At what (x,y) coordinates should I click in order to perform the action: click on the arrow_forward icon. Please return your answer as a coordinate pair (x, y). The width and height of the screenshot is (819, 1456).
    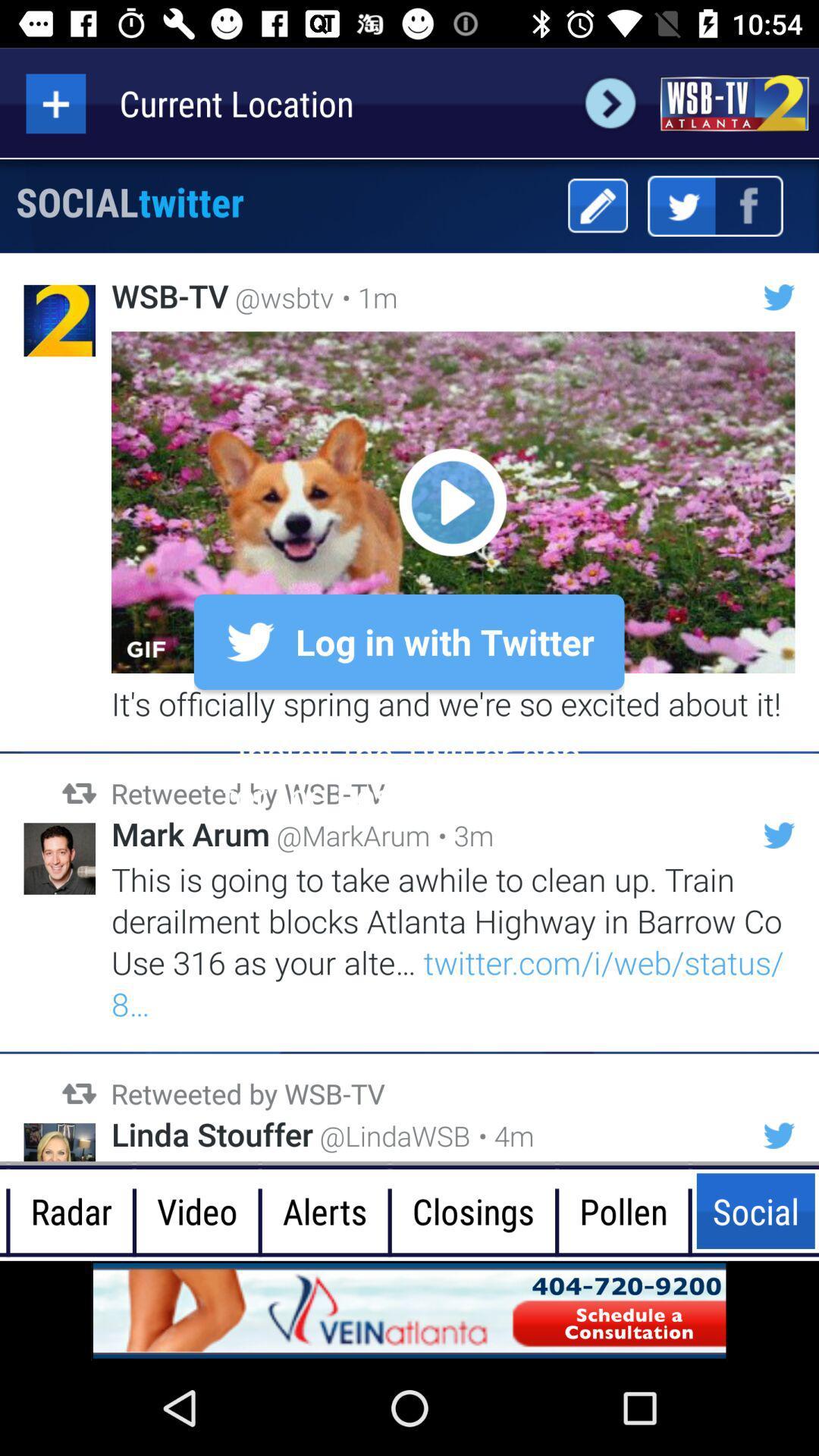
    Looking at the image, I should click on (610, 102).